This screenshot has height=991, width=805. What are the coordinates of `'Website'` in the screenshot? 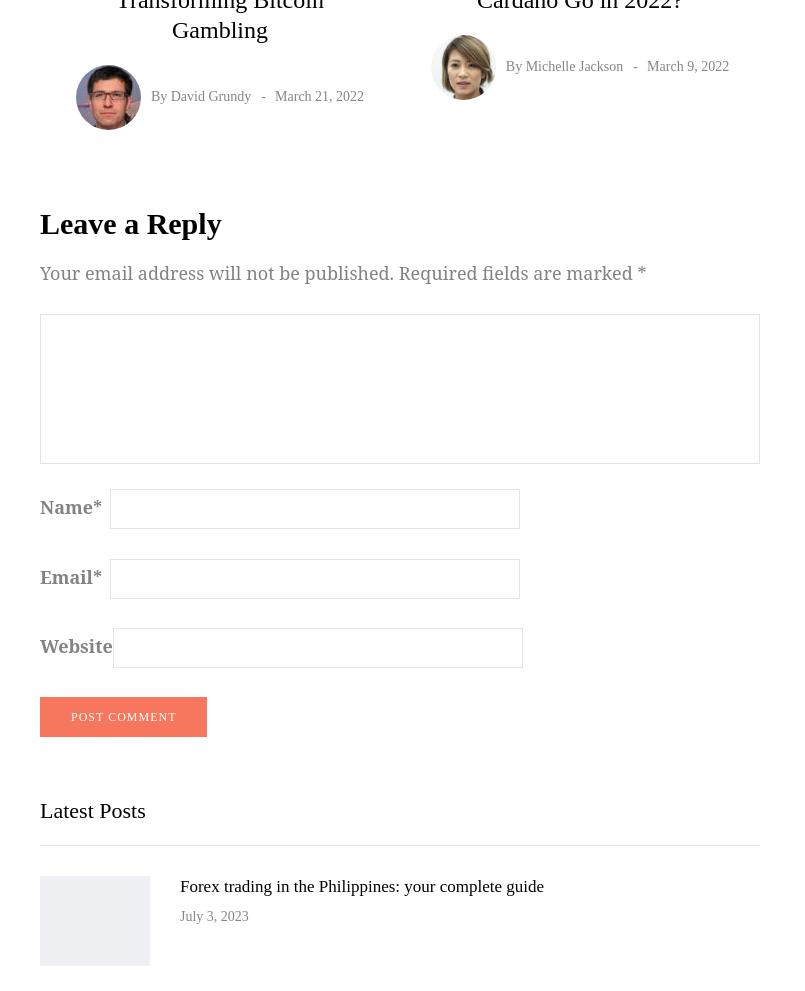 It's located at (40, 644).